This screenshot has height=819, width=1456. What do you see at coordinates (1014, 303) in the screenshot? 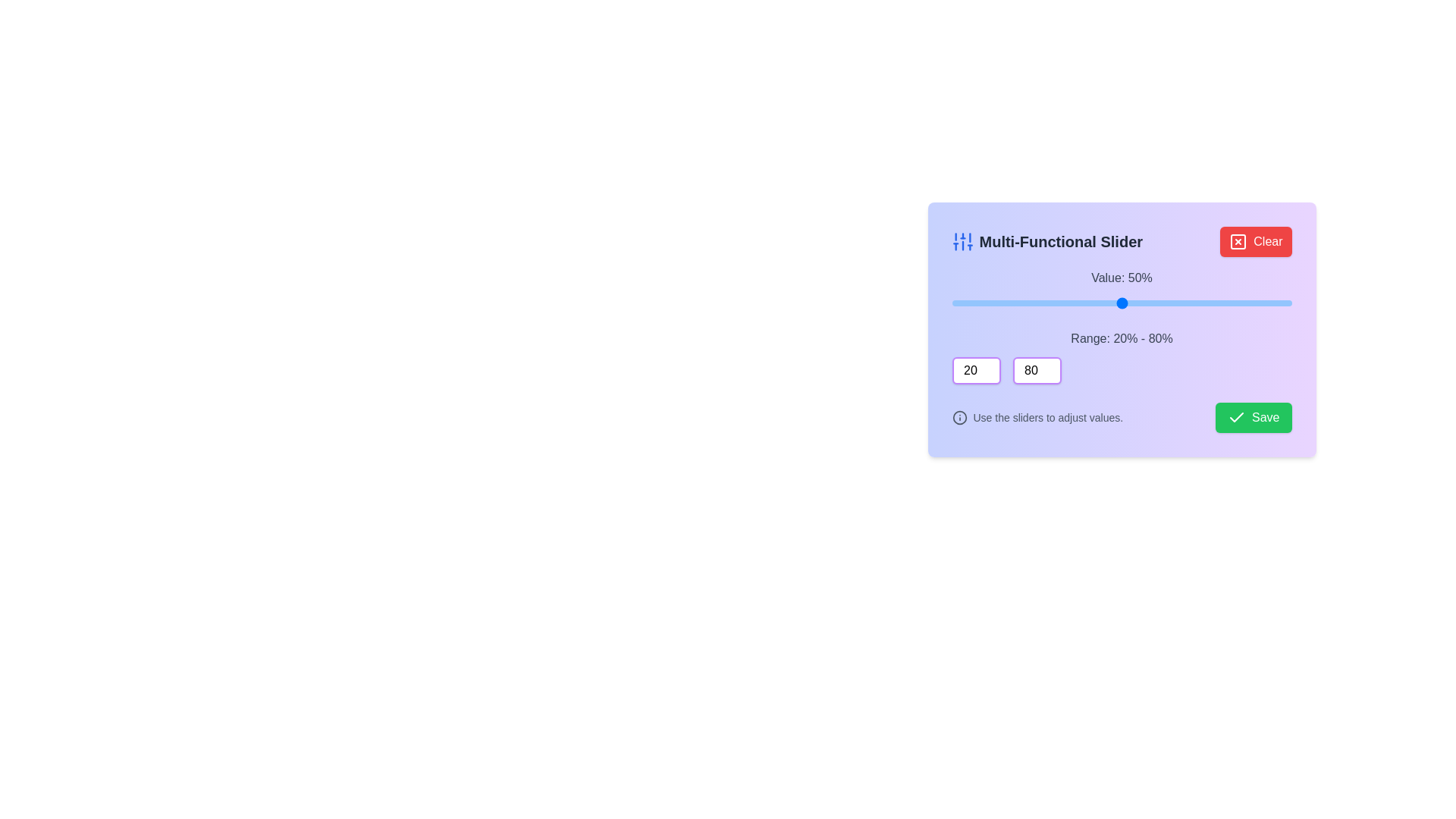
I see `the slider value` at bounding box center [1014, 303].